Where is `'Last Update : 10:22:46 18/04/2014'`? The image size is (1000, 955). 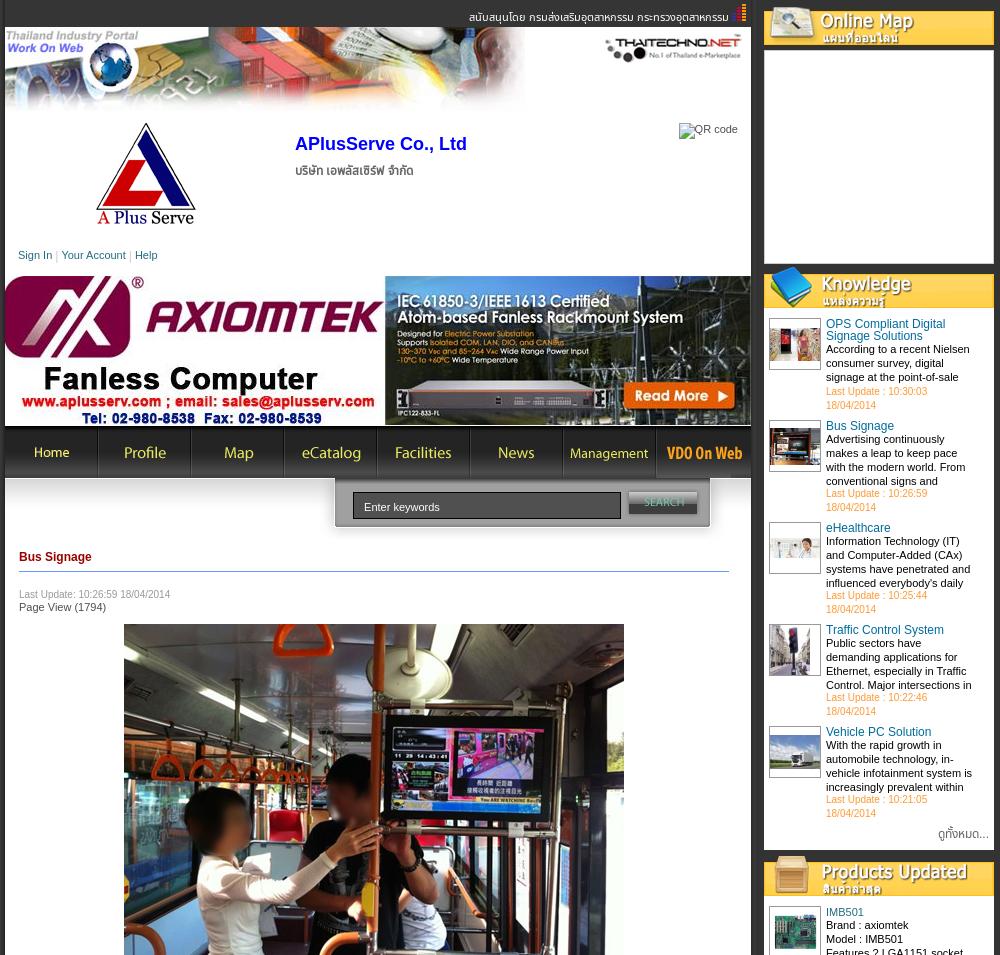
'Last Update : 10:22:46 18/04/2014' is located at coordinates (876, 703).